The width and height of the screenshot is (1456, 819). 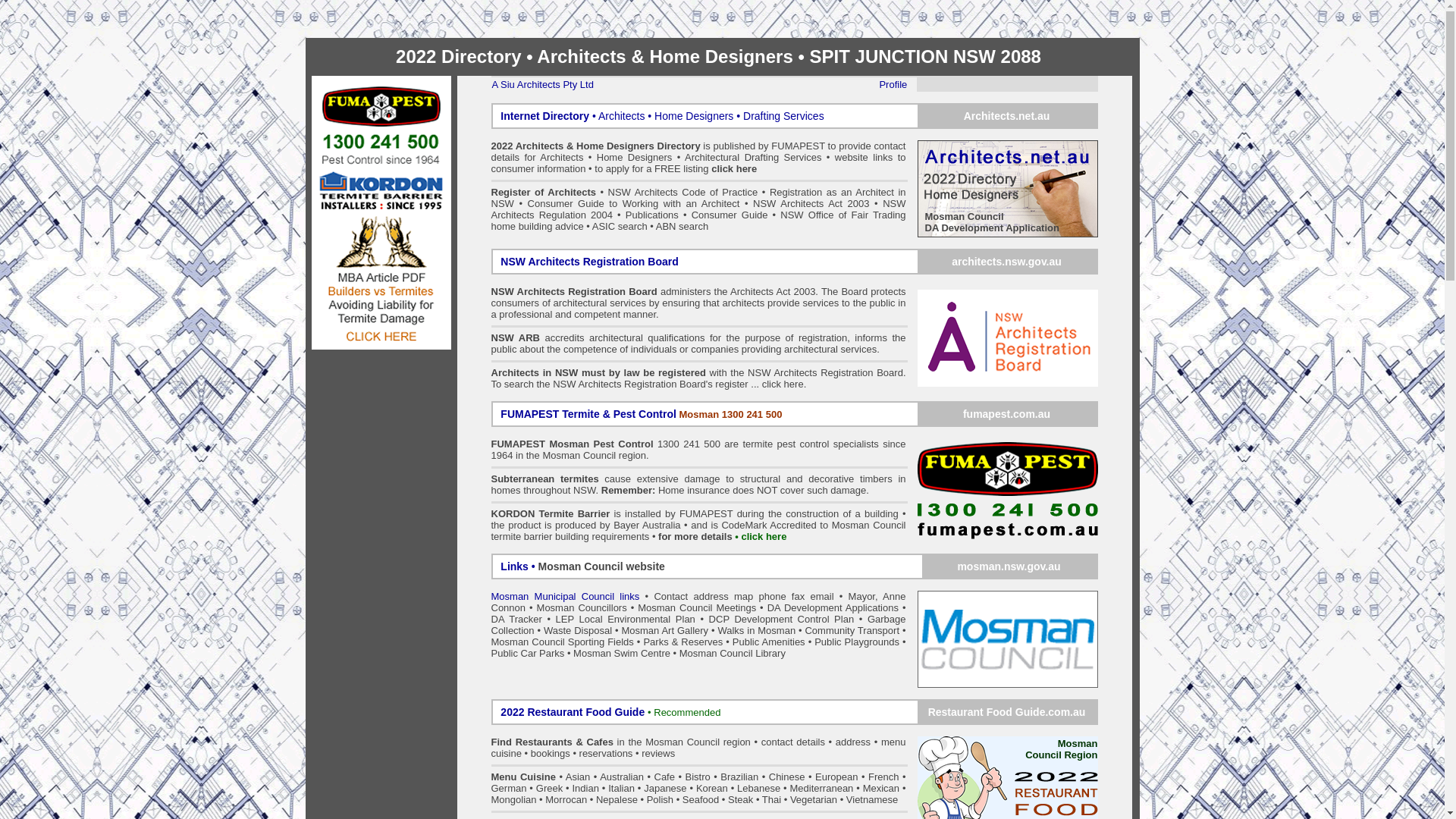 I want to click on 'Mosman Swim Centre', so click(x=622, y=652).